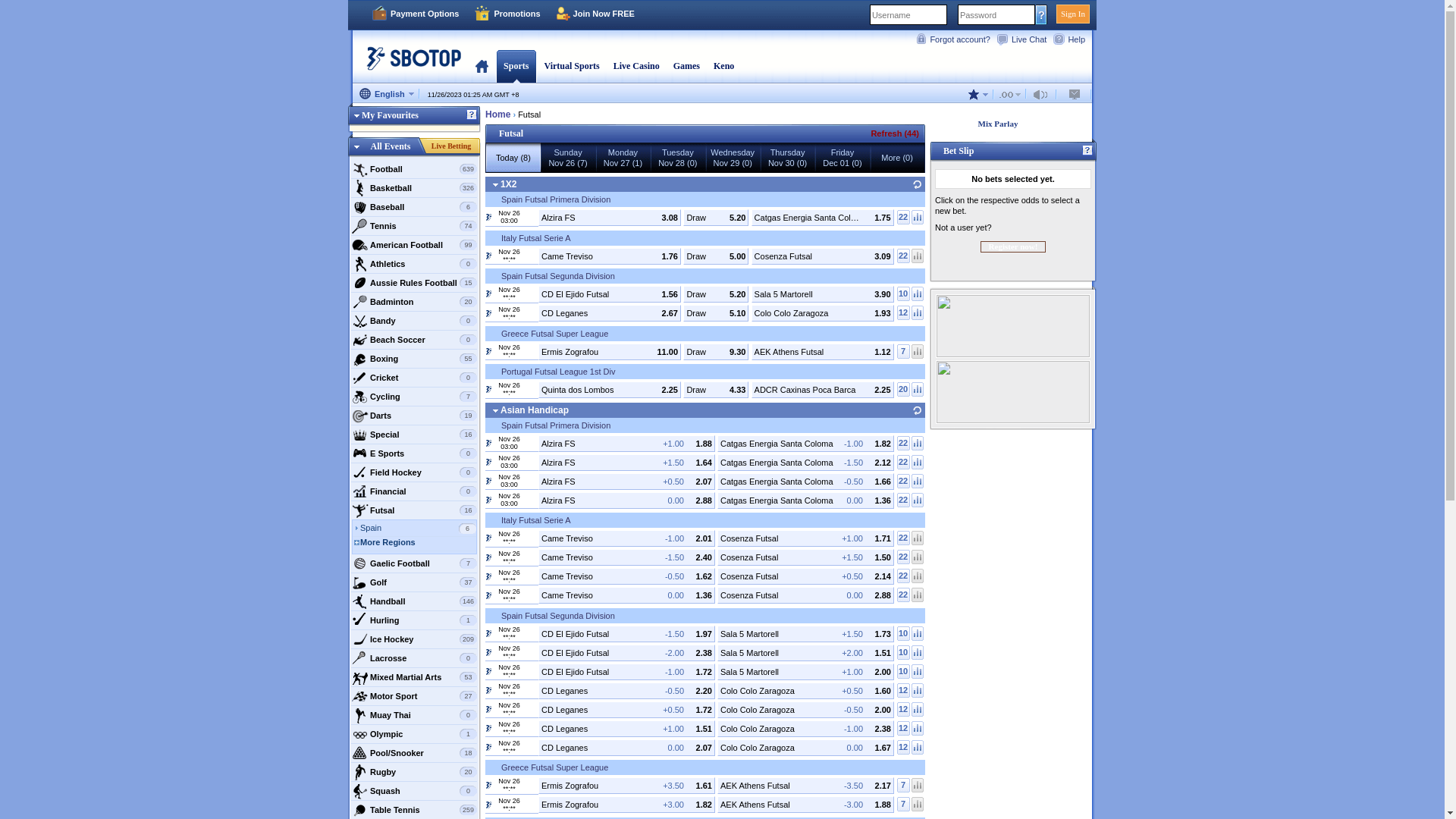 This screenshot has width=1456, height=819. Describe the element at coordinates (414, 187) in the screenshot. I see `'Basketball` at that location.